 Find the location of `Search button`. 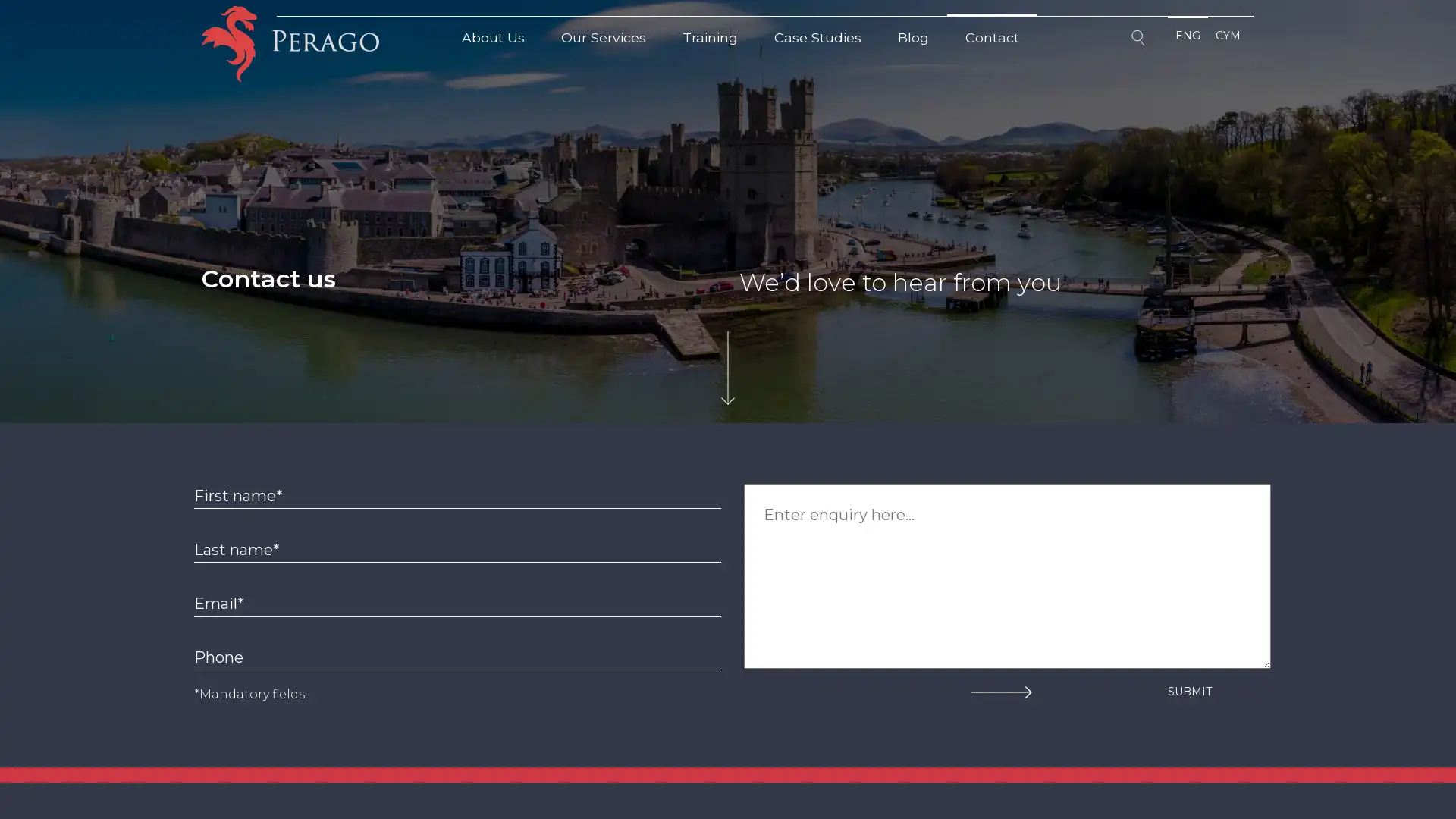

Search button is located at coordinates (1140, 40).